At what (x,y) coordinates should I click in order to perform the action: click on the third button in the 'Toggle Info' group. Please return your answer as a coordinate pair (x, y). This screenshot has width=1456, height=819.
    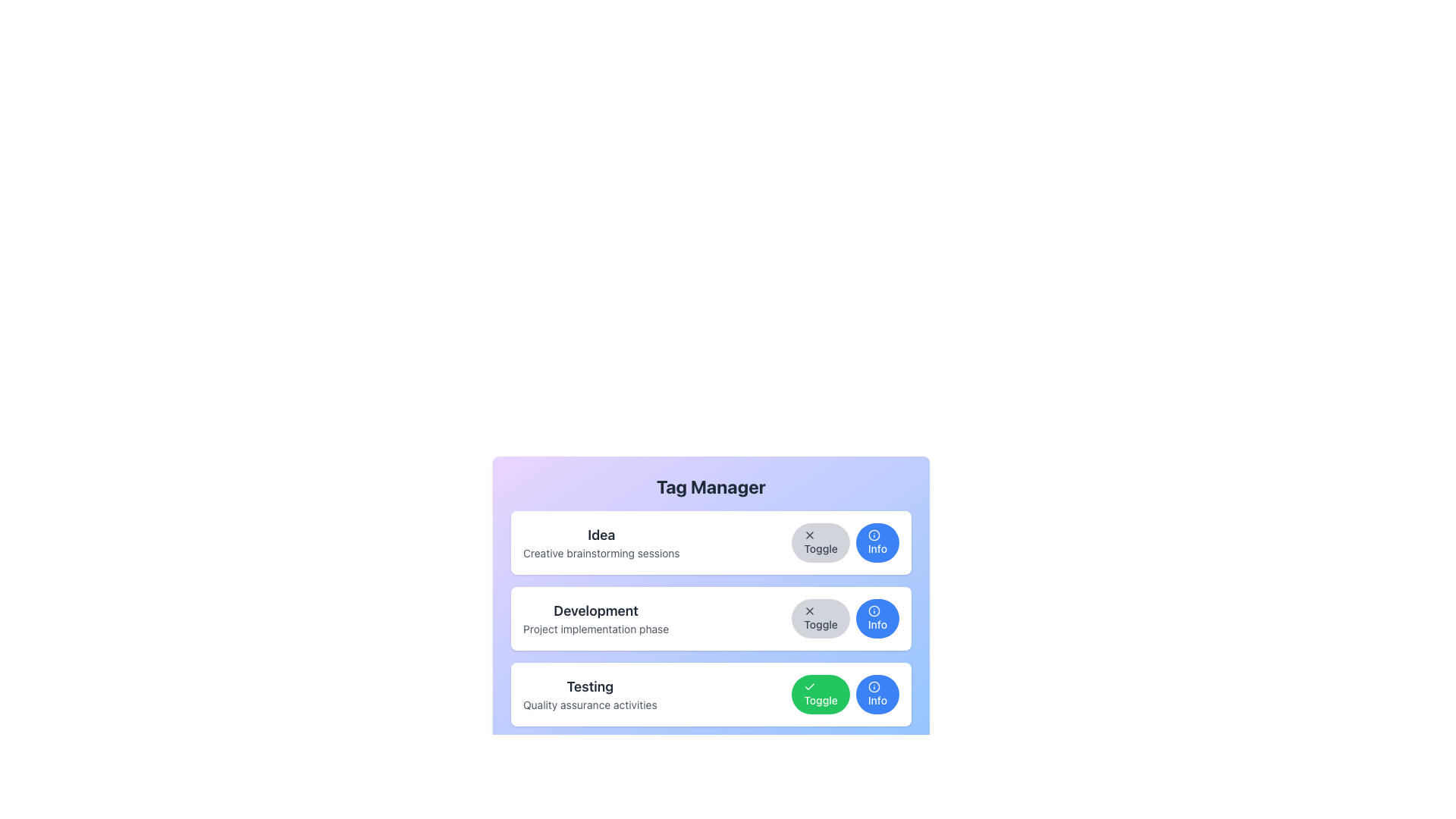
    Looking at the image, I should click on (877, 542).